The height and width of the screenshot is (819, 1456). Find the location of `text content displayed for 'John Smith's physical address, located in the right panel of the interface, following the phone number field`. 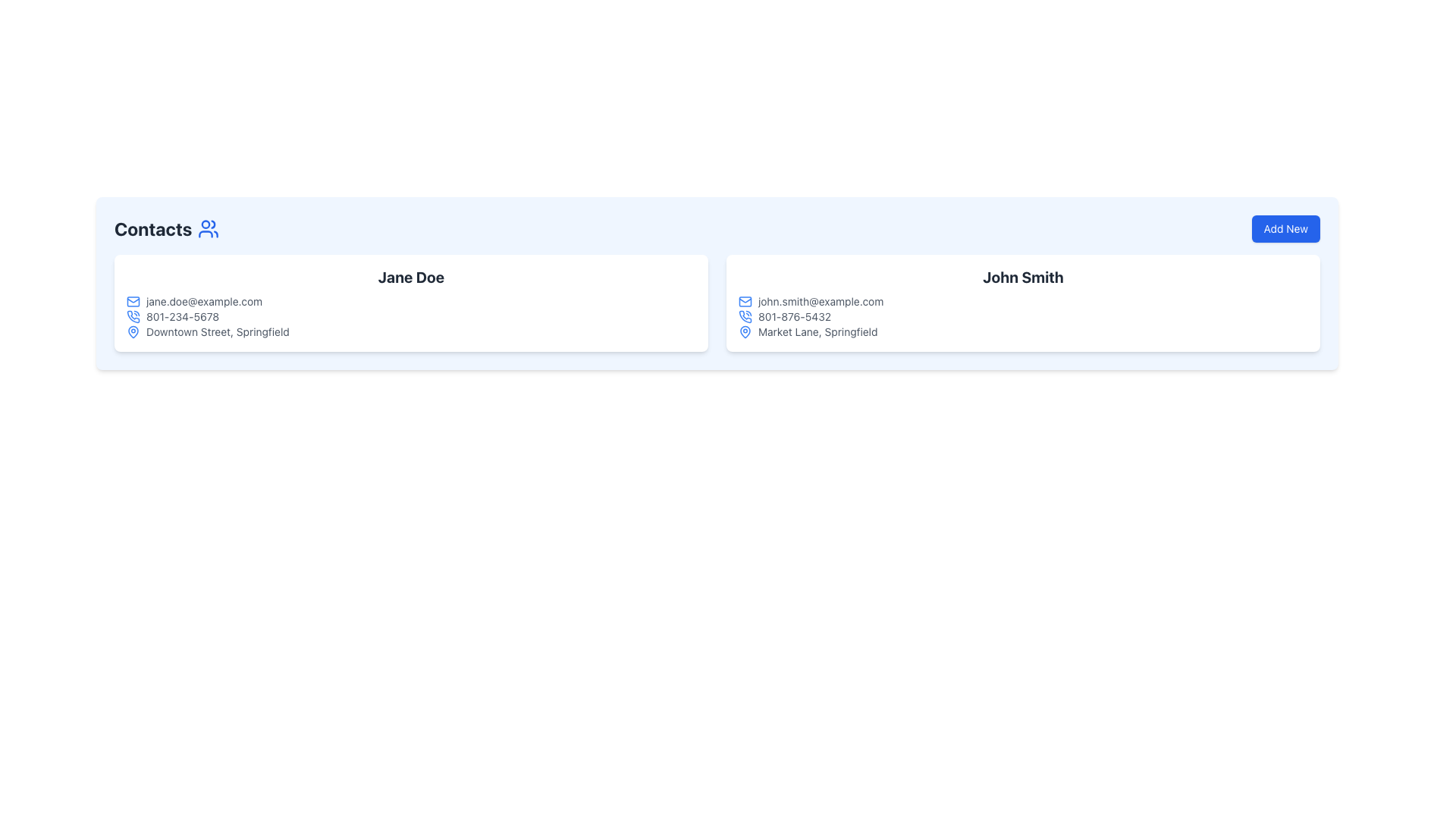

text content displayed for 'John Smith's physical address, located in the right panel of the interface, following the phone number field is located at coordinates (817, 331).